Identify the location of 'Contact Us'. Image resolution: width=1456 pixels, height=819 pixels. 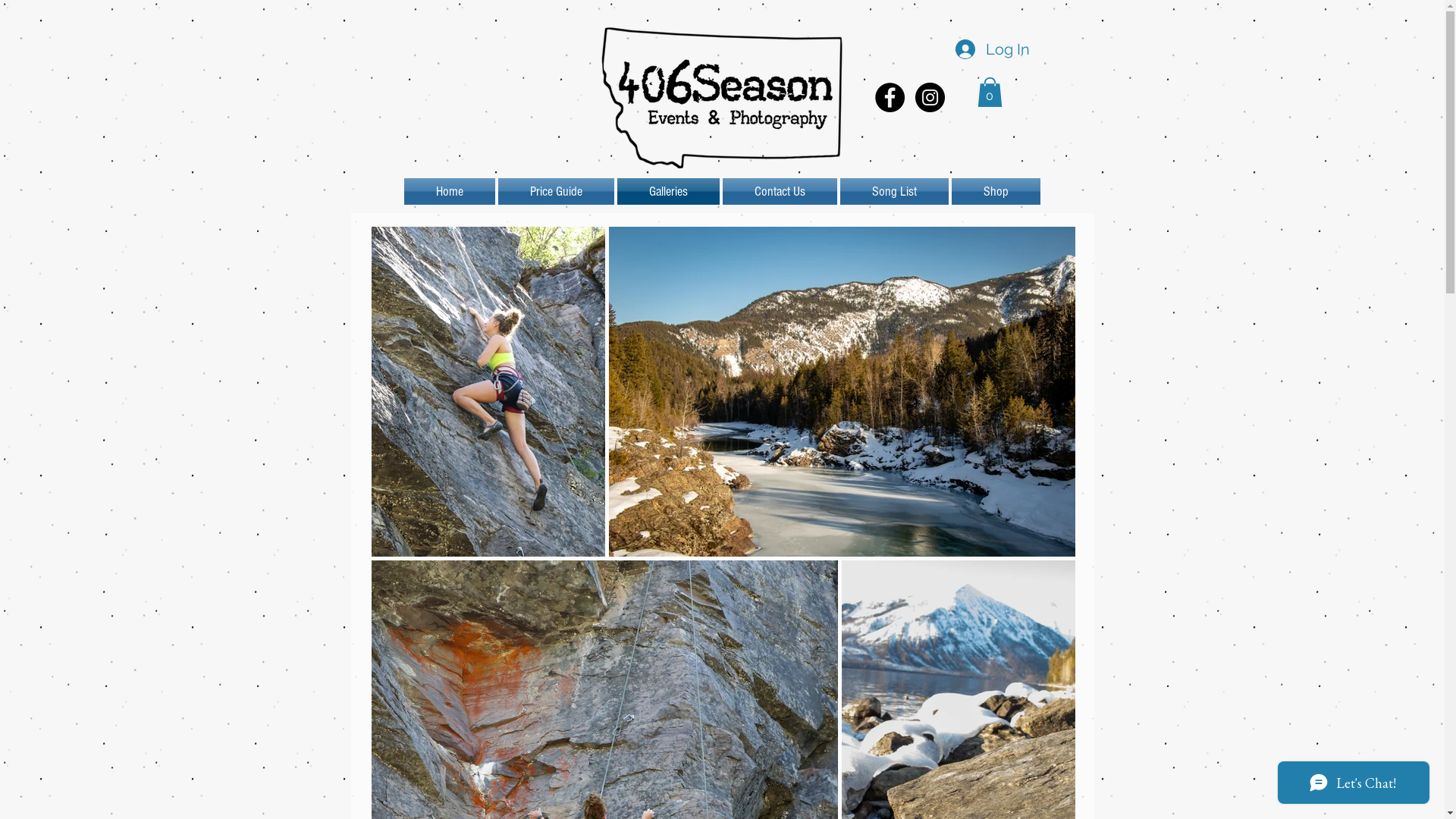
(779, 190).